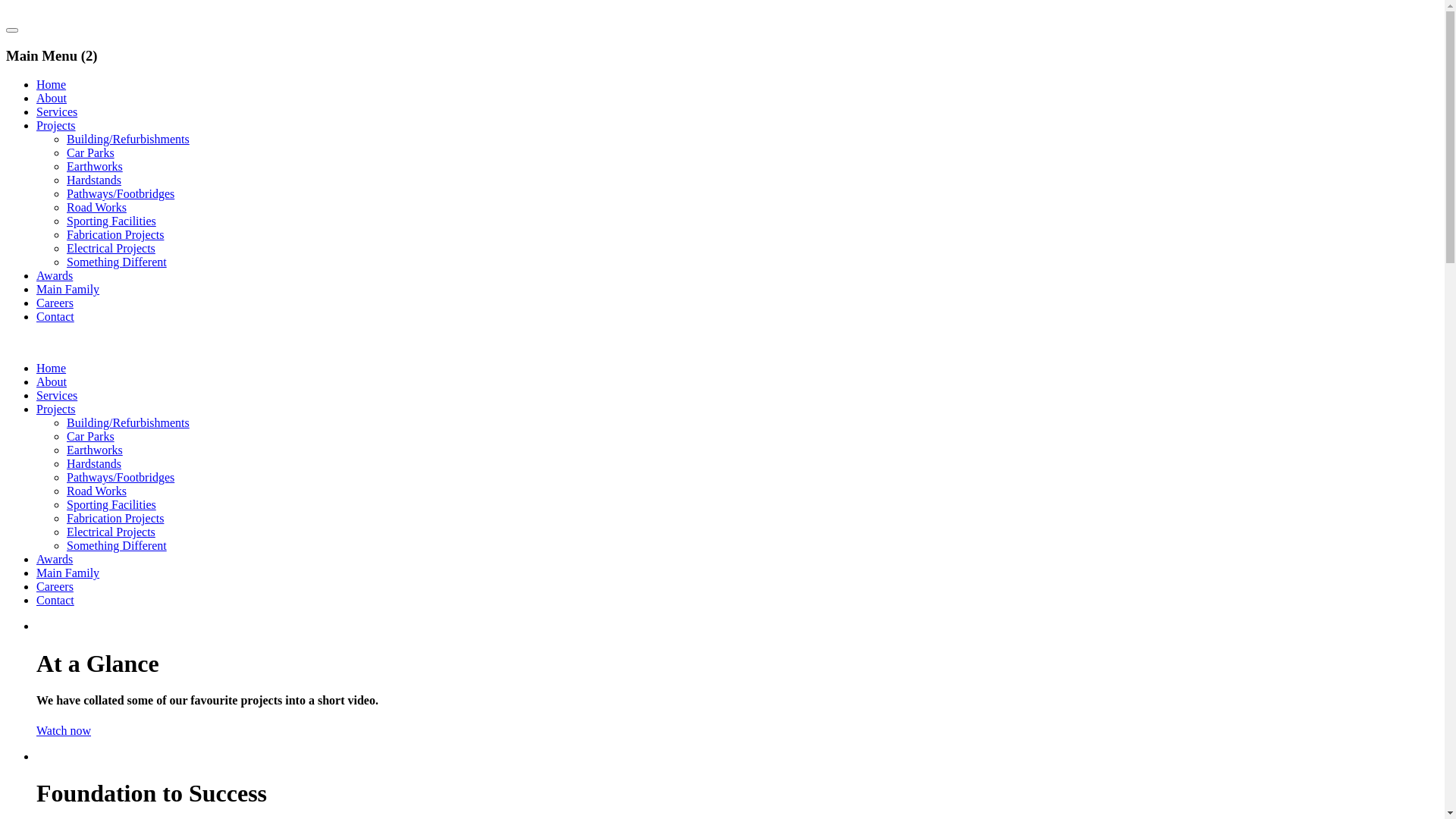 The image size is (1456, 819). Describe the element at coordinates (127, 139) in the screenshot. I see `'Building/Refurbishments'` at that location.